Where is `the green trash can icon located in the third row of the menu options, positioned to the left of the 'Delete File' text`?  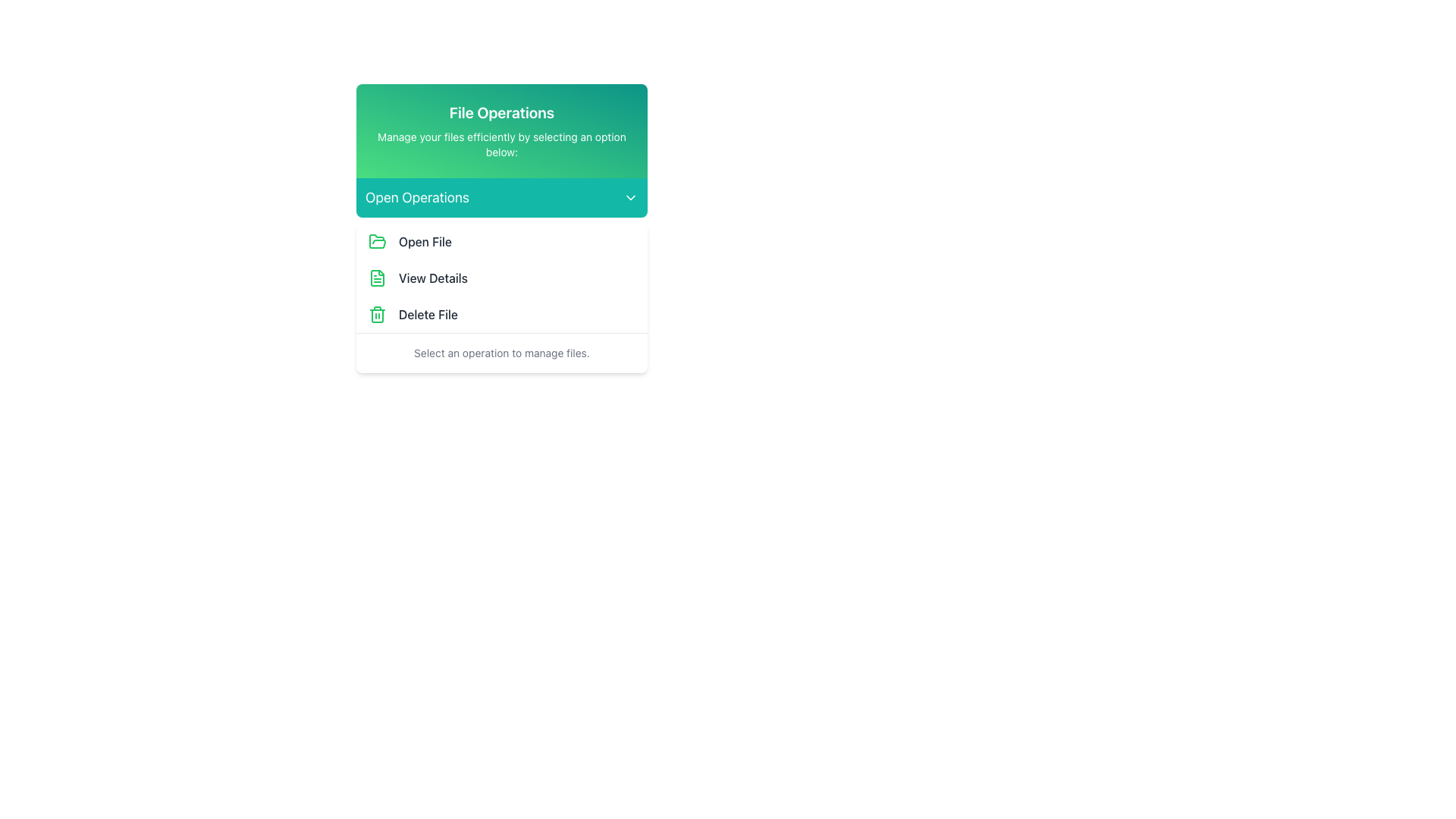 the green trash can icon located in the third row of the menu options, positioned to the left of the 'Delete File' text is located at coordinates (378, 314).